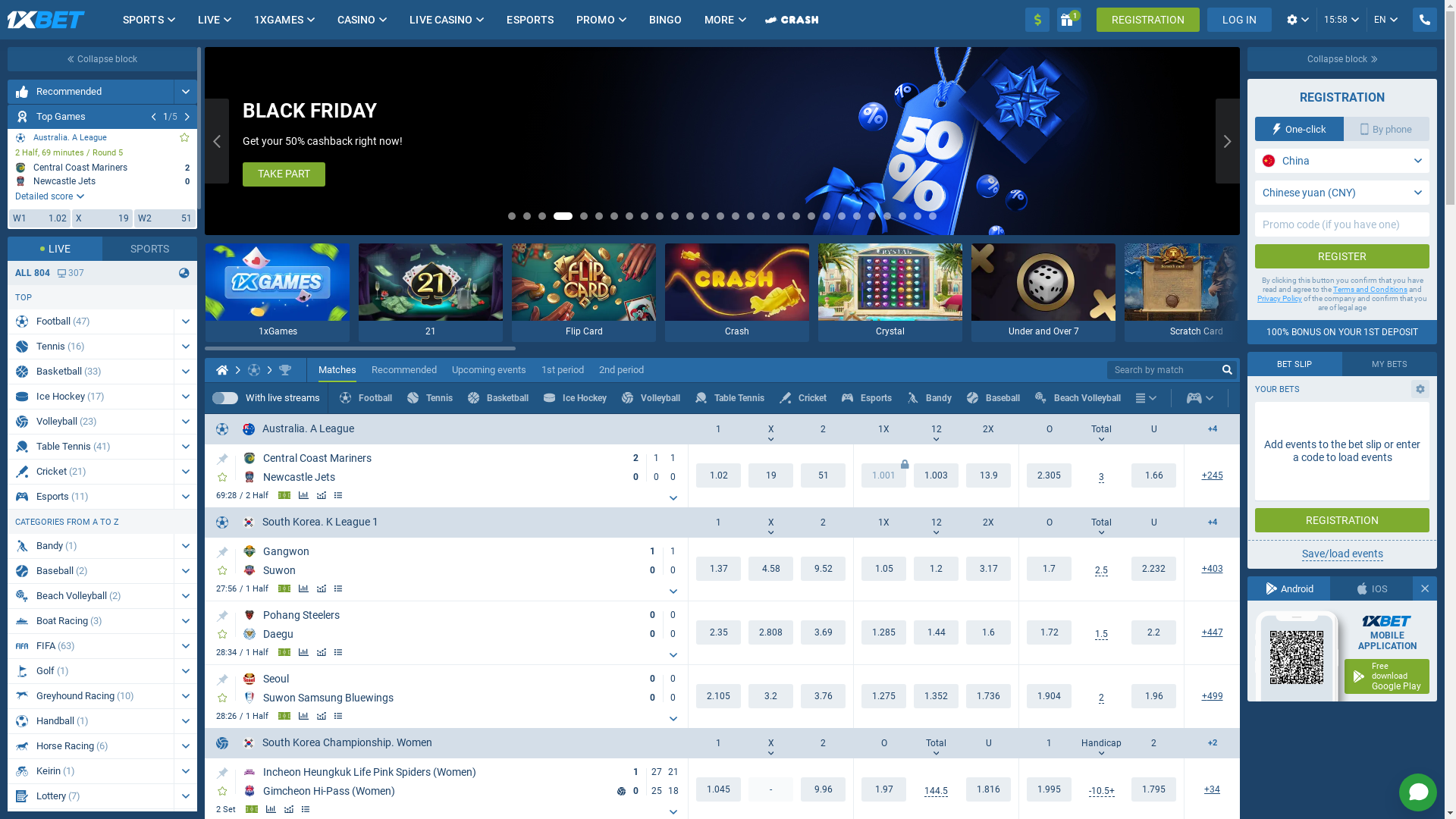 The height and width of the screenshot is (819, 1456). What do you see at coordinates (883, 568) in the screenshot?
I see `'1.05'` at bounding box center [883, 568].